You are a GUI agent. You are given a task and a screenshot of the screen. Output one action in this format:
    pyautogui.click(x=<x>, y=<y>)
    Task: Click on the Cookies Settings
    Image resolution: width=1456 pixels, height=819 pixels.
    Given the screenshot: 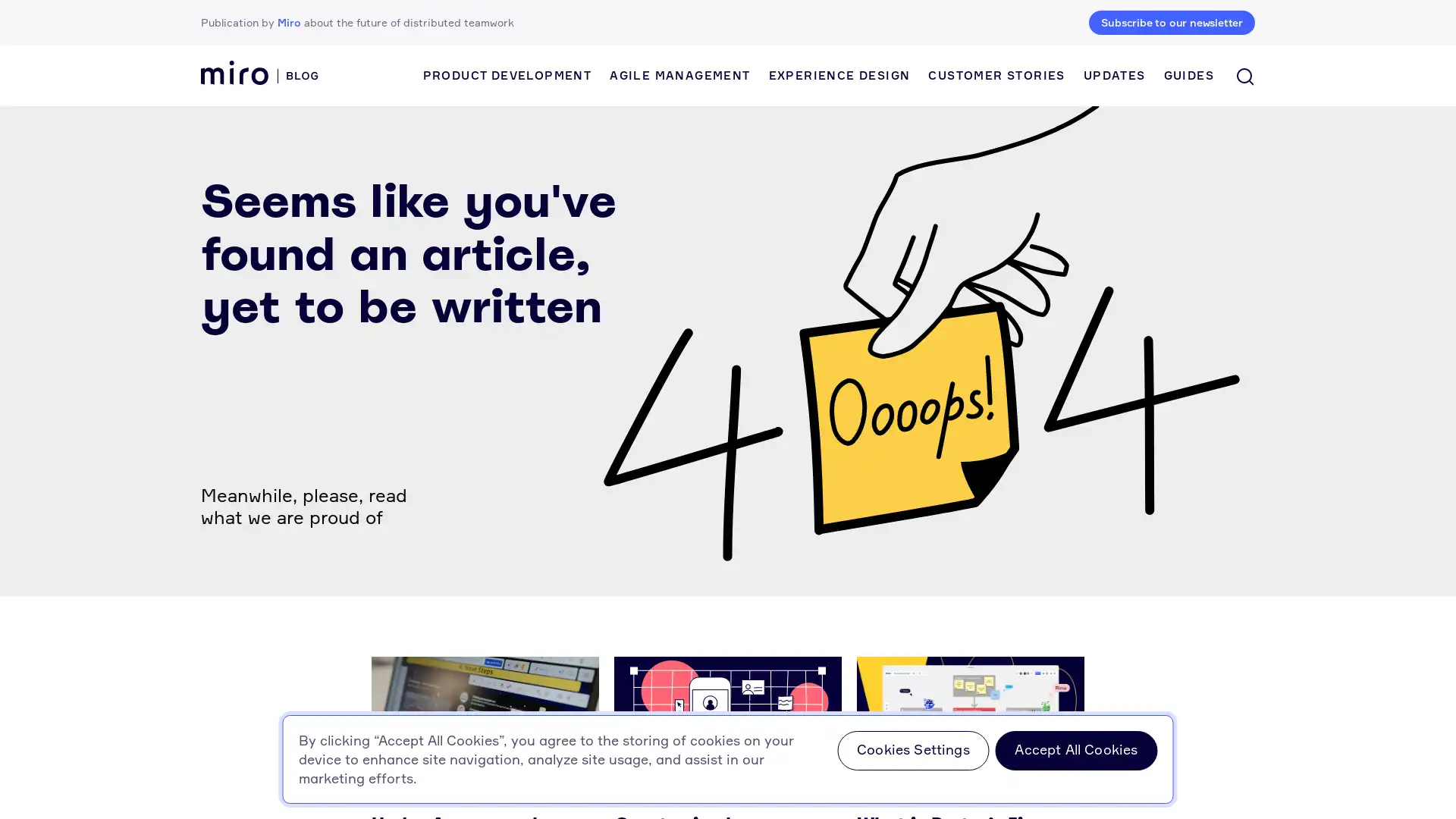 What is the action you would take?
    pyautogui.click(x=912, y=751)
    